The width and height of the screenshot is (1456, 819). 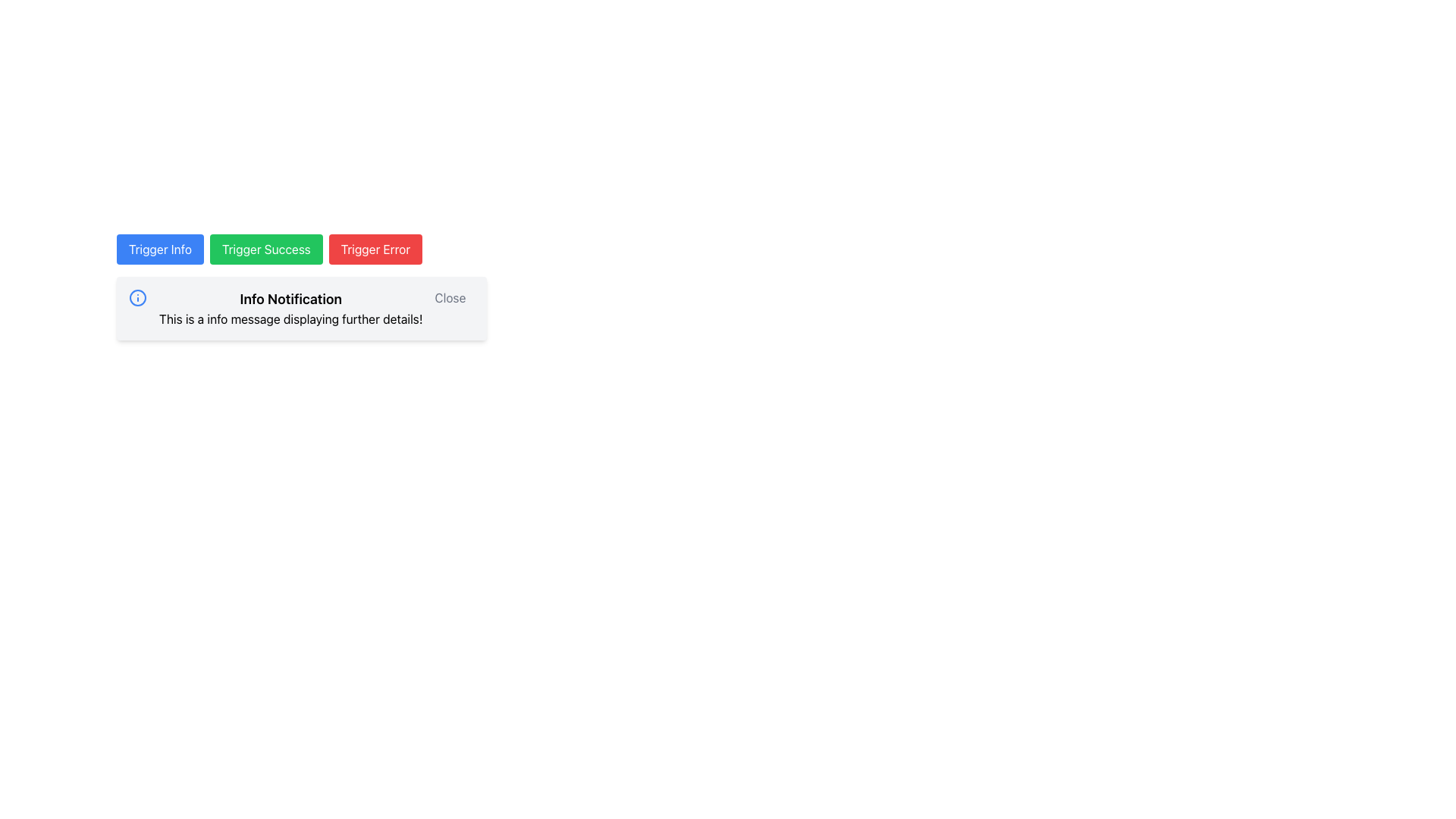 I want to click on the close button located at the rightmost side of the notification box to change its text color, so click(x=449, y=298).